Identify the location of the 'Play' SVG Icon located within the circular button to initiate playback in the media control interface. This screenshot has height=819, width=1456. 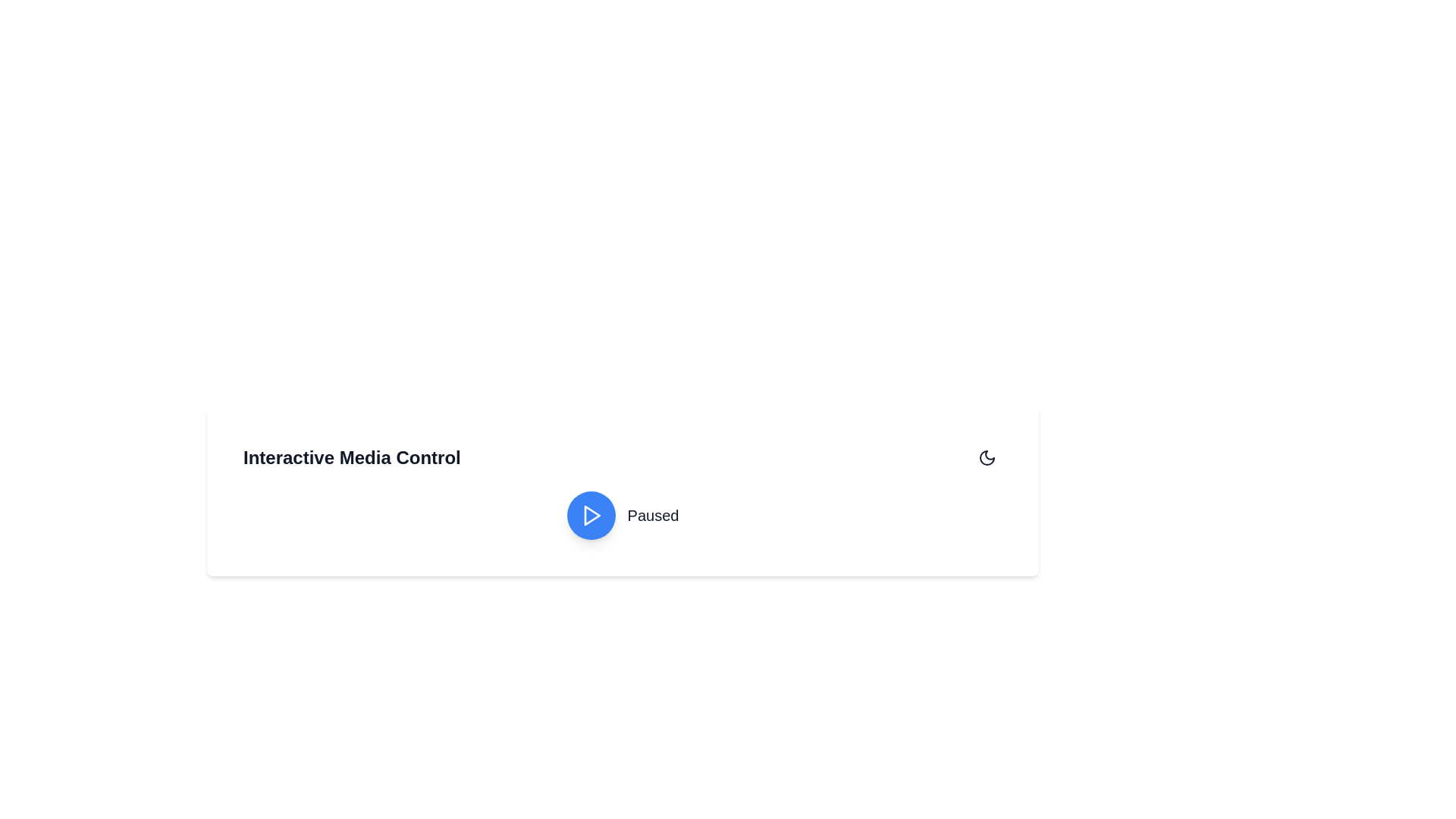
(590, 514).